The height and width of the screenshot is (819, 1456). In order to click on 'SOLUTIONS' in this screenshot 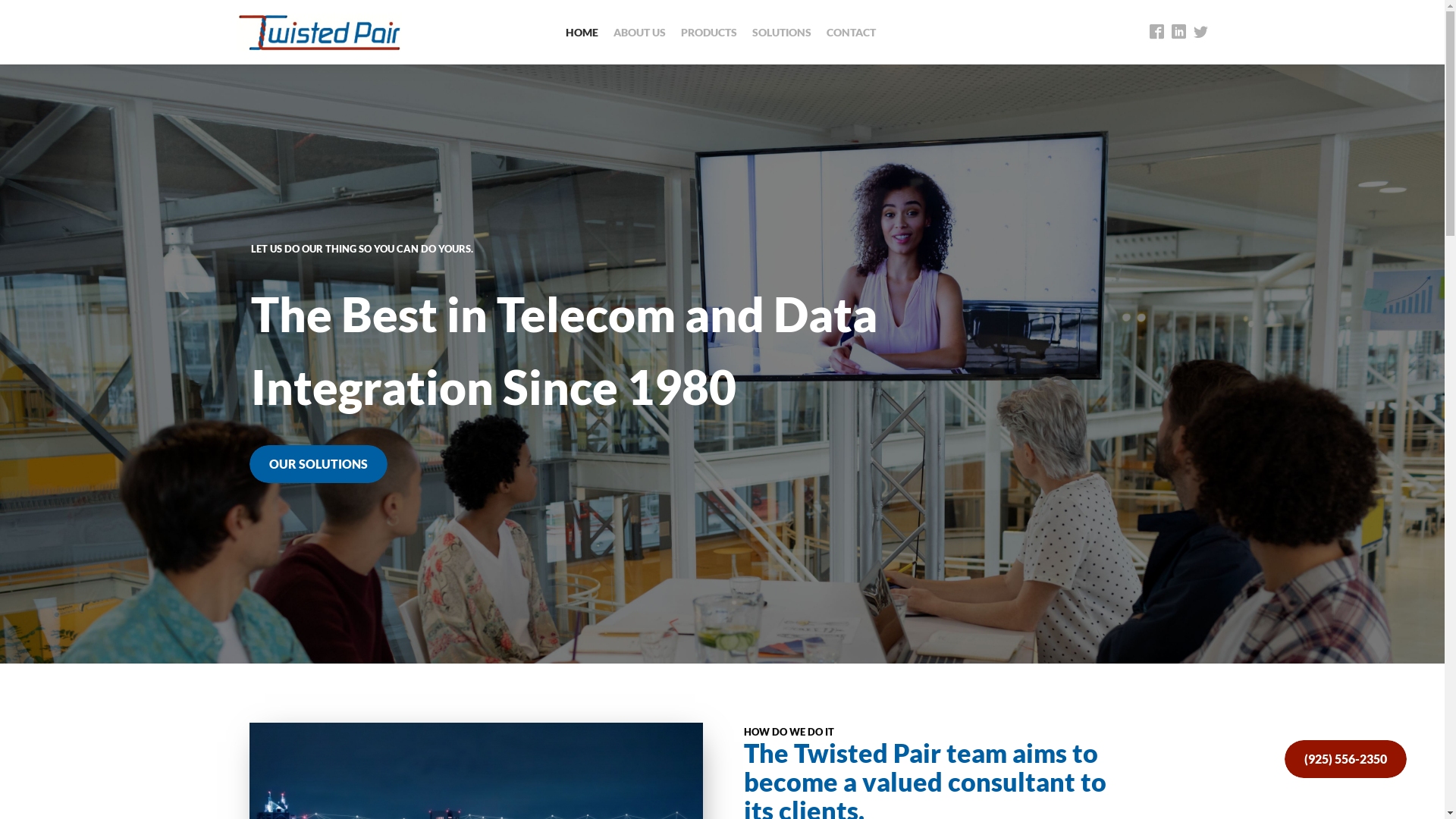, I will do `click(782, 32)`.